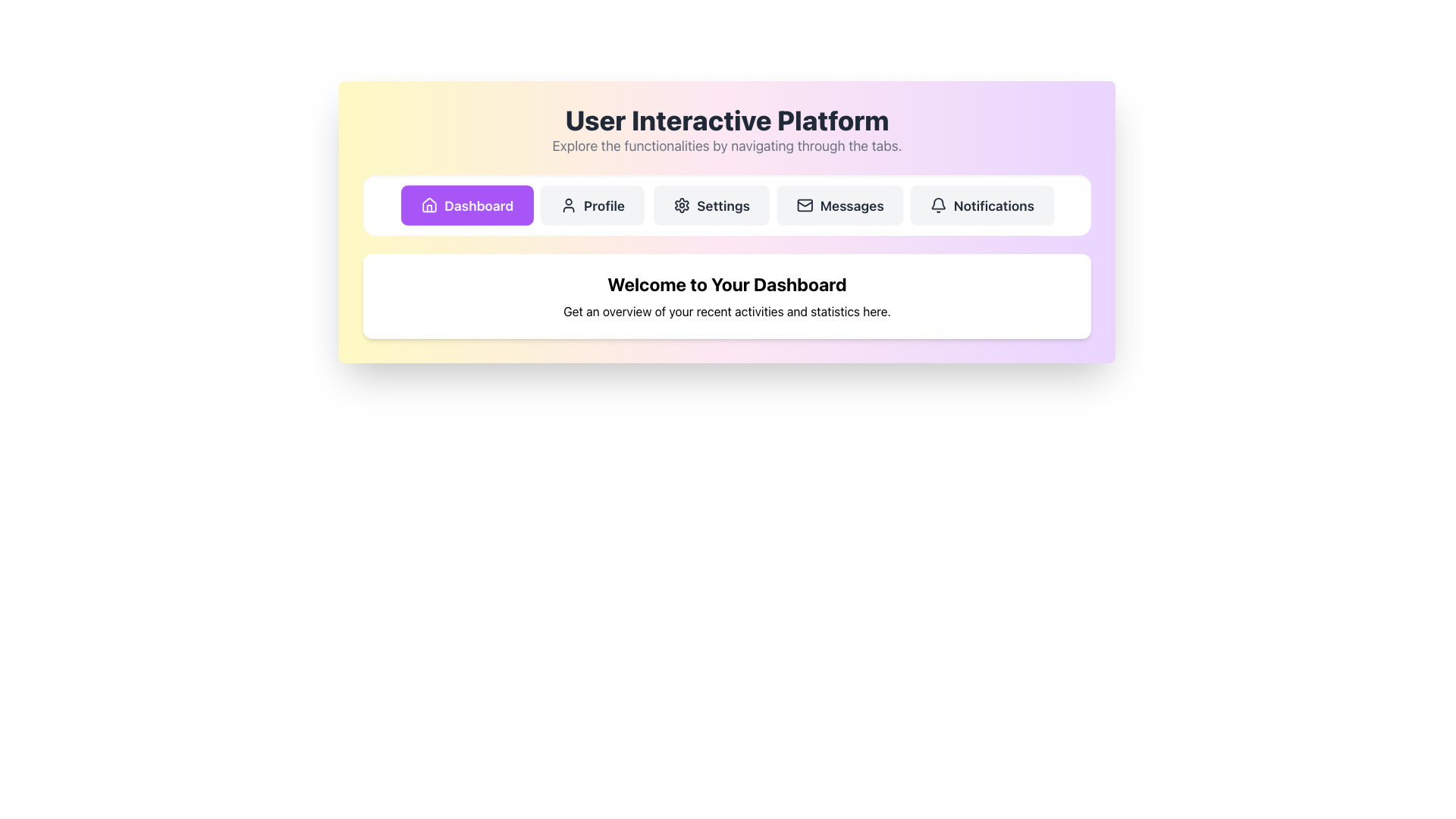  I want to click on the rectangular graphic element with rounded corners located within the mail icon of the Messages button in the top navigation bar, so click(804, 205).